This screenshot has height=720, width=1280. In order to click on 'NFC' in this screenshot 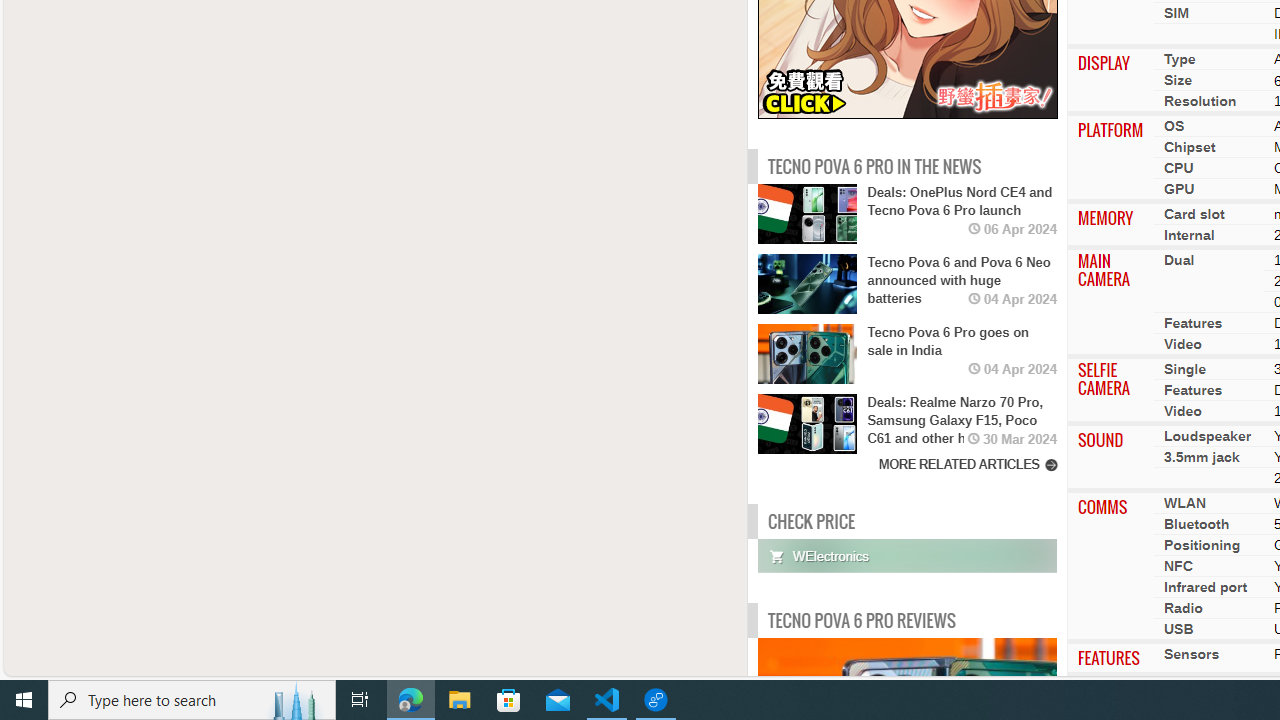, I will do `click(1178, 566)`.